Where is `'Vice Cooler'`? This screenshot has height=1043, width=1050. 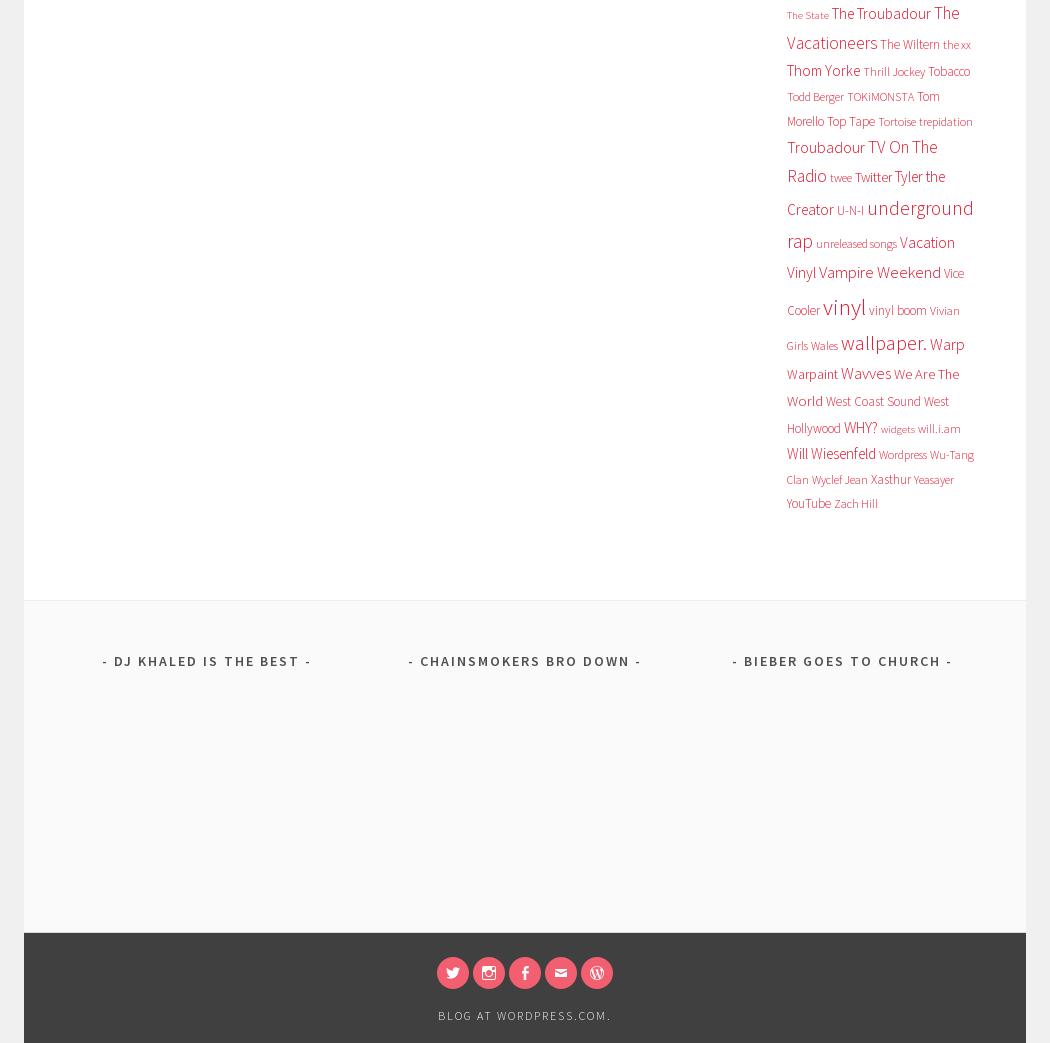 'Vice Cooler' is located at coordinates (873, 290).